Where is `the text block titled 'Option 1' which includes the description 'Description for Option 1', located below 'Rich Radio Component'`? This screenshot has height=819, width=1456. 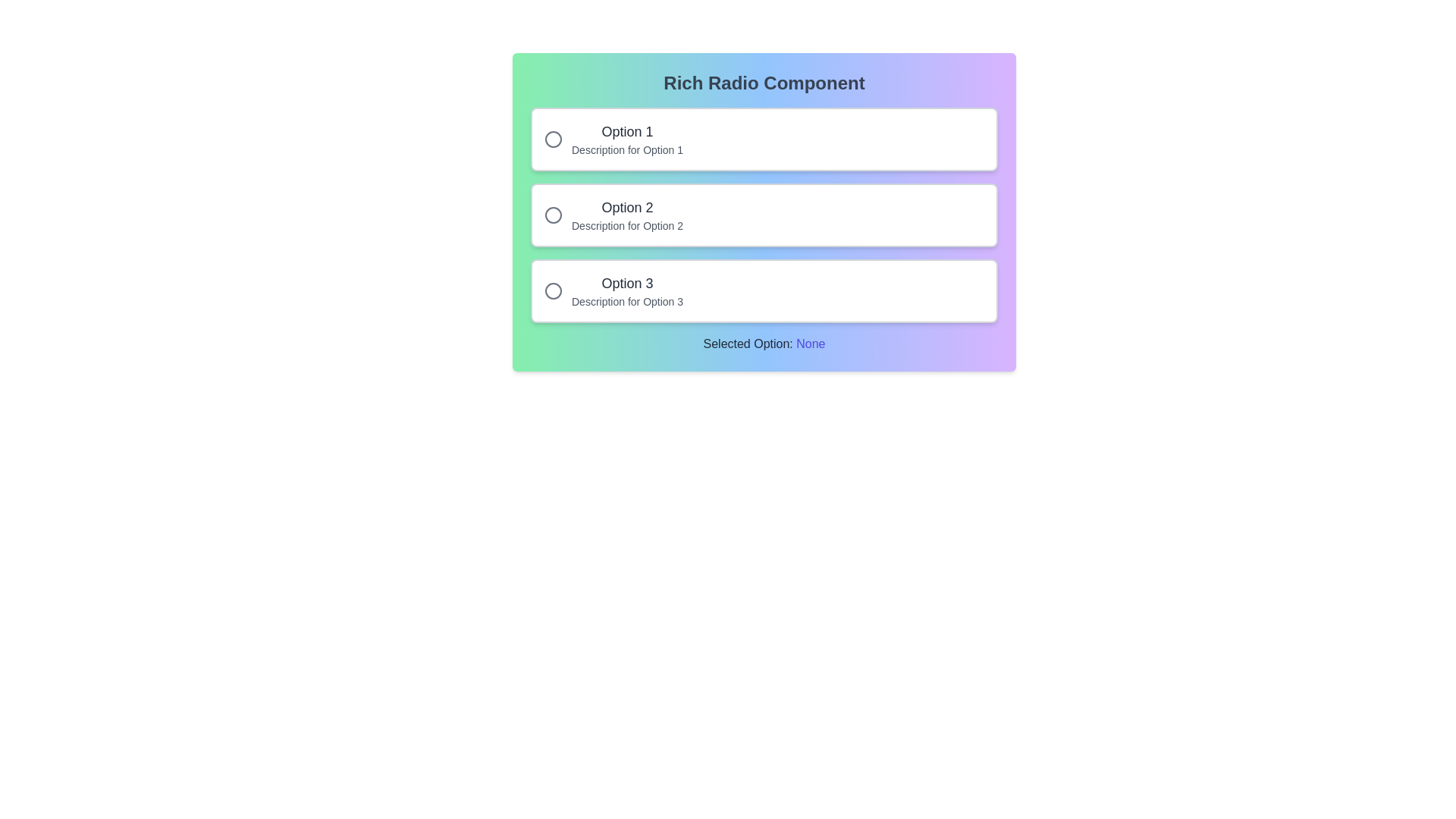 the text block titled 'Option 1' which includes the description 'Description for Option 1', located below 'Rich Radio Component' is located at coordinates (627, 140).